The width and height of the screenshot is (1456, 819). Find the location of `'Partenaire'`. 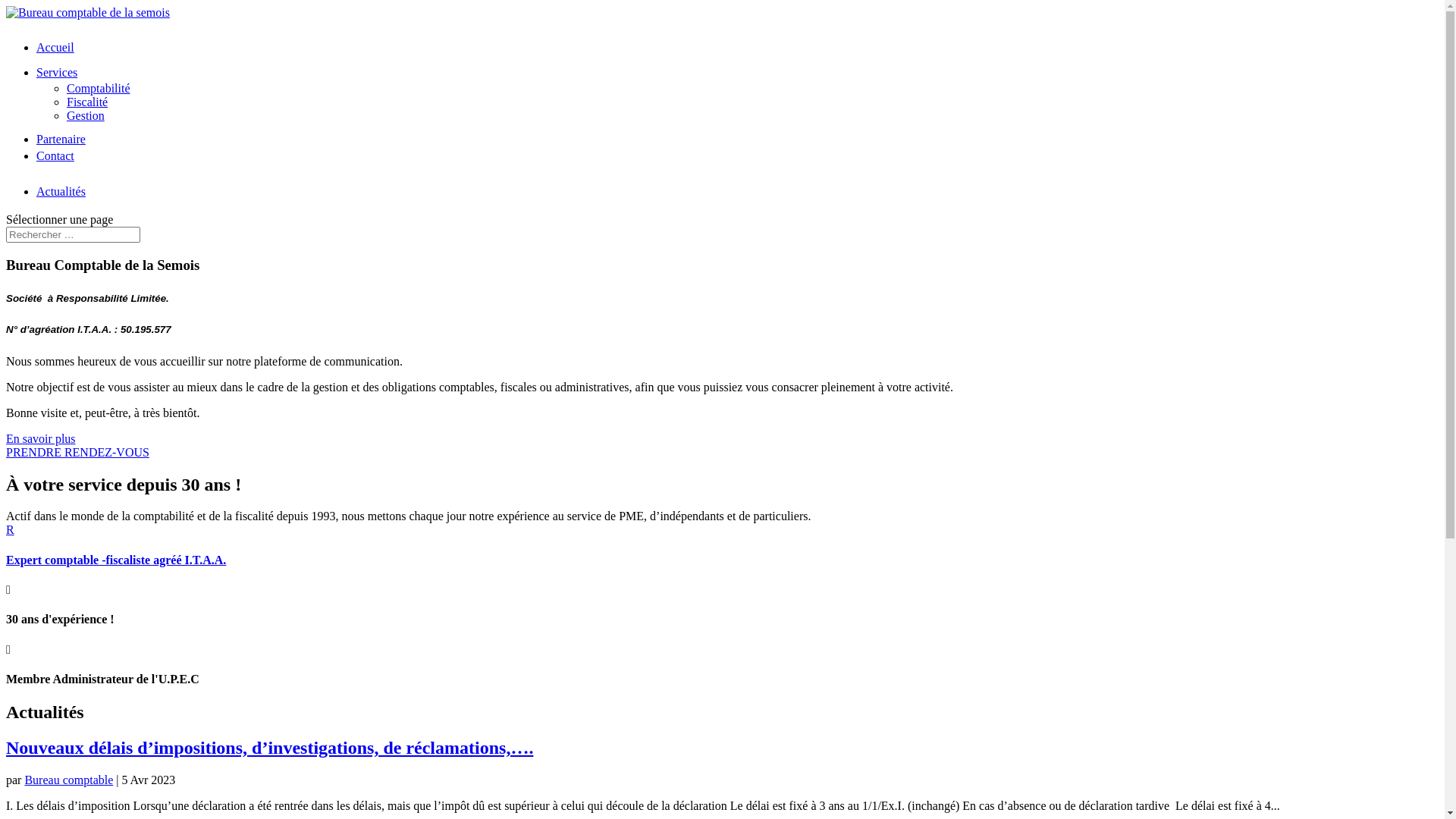

'Partenaire' is located at coordinates (61, 139).